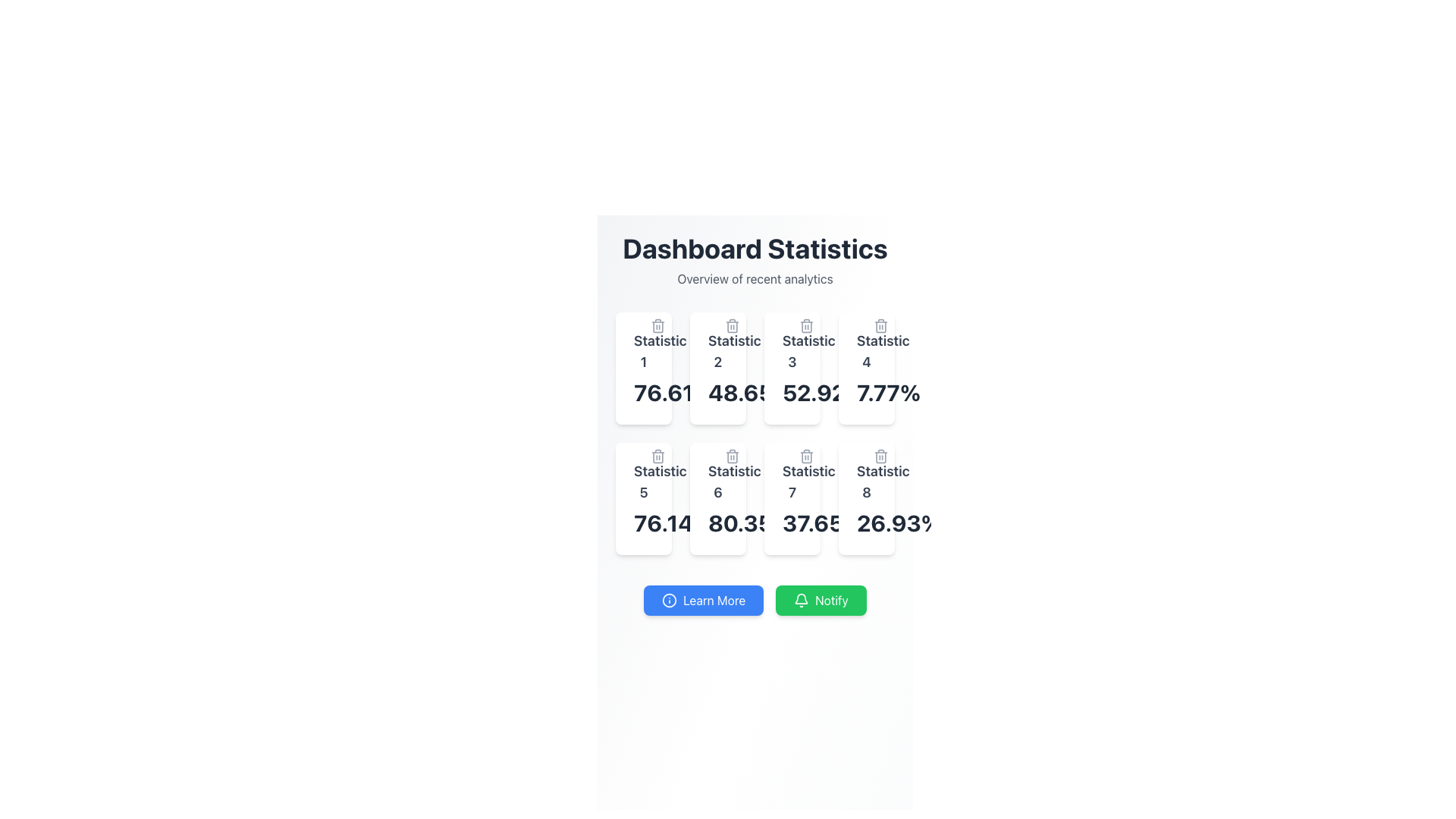 This screenshot has width=1456, height=819. I want to click on the Text Label displaying the percentage value for 'Statistic 2' located in the second card of the top row under 'Dashboard Statistics', so click(717, 391).